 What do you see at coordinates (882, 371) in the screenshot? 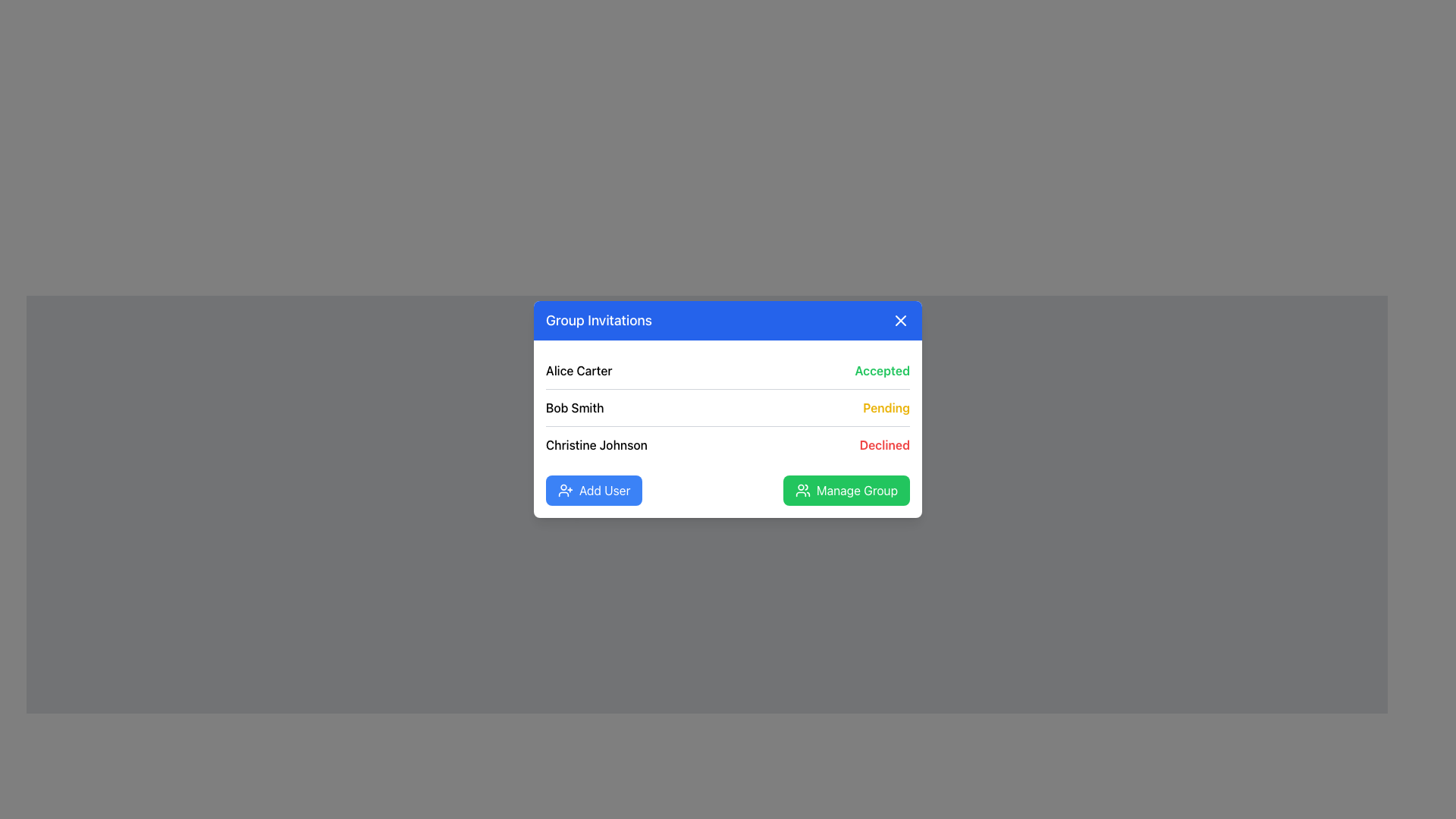
I see `the styled text label displaying 'Accepted' in green, located in the user invitation panel within the modal titled 'Group Invitations'` at bounding box center [882, 371].